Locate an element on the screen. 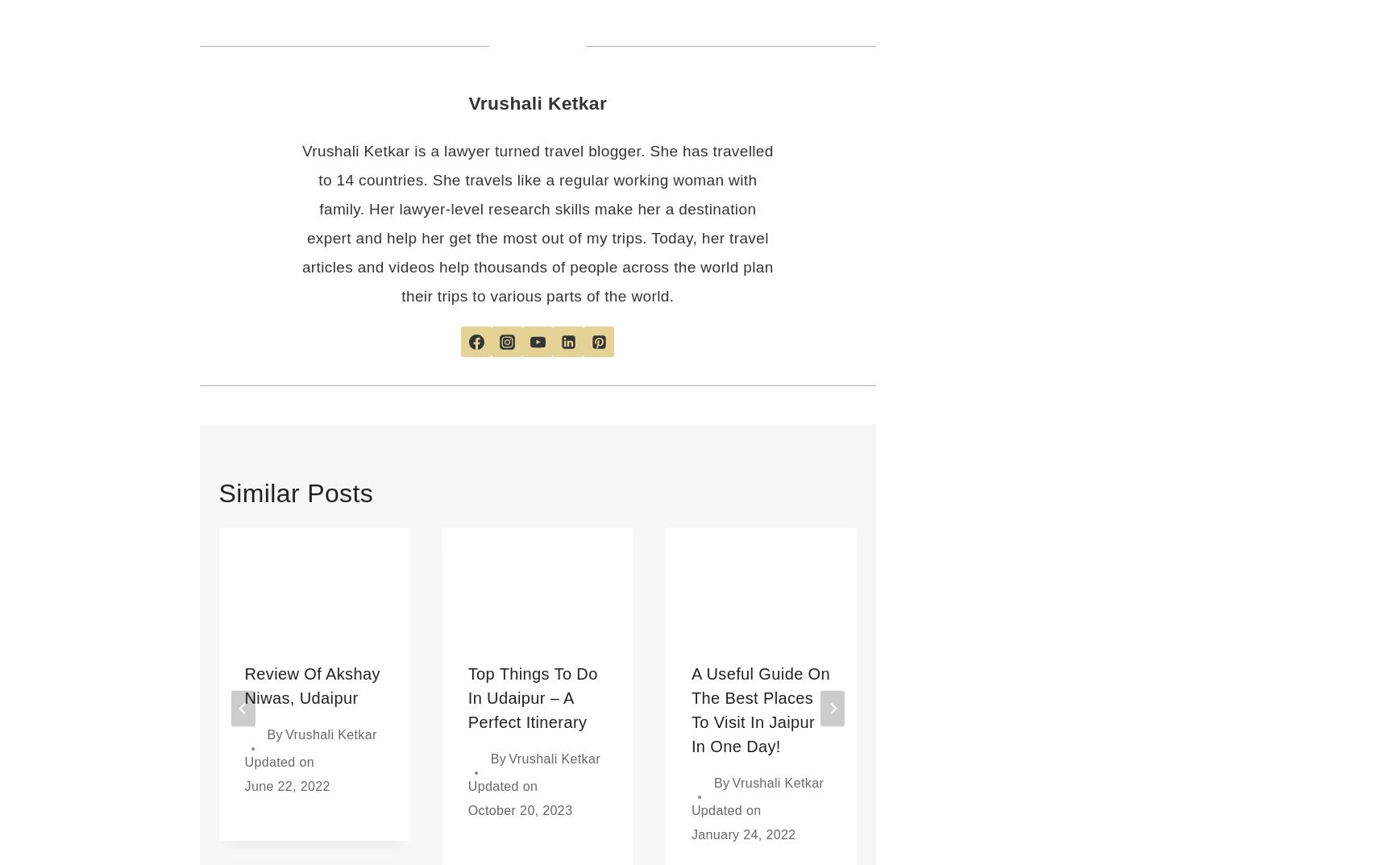 This screenshot has height=865, width=1400. 'Review of Araliayas Resort, Udaipur' is located at coordinates (978, 697).